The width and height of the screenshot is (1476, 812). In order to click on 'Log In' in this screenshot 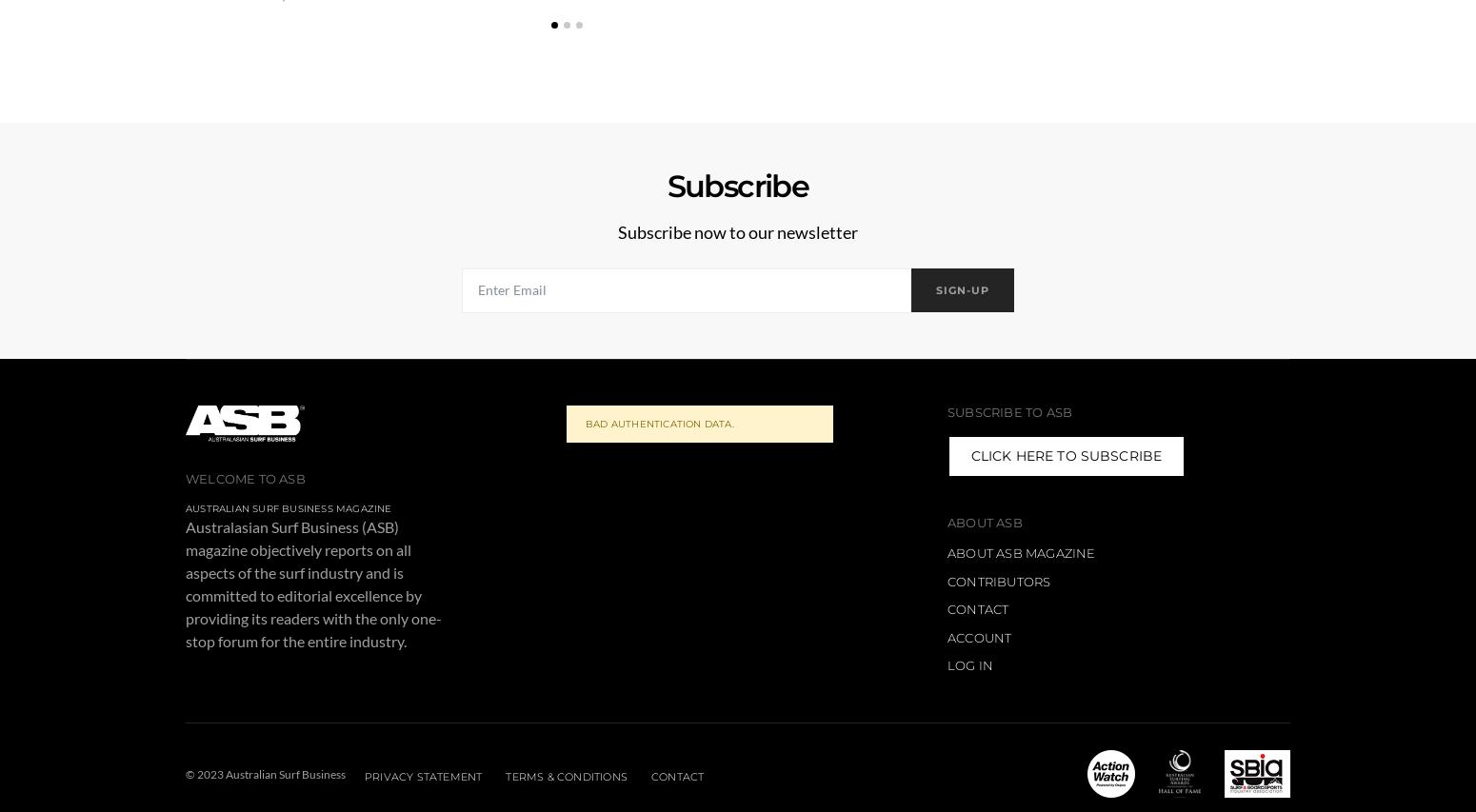, I will do `click(969, 665)`.